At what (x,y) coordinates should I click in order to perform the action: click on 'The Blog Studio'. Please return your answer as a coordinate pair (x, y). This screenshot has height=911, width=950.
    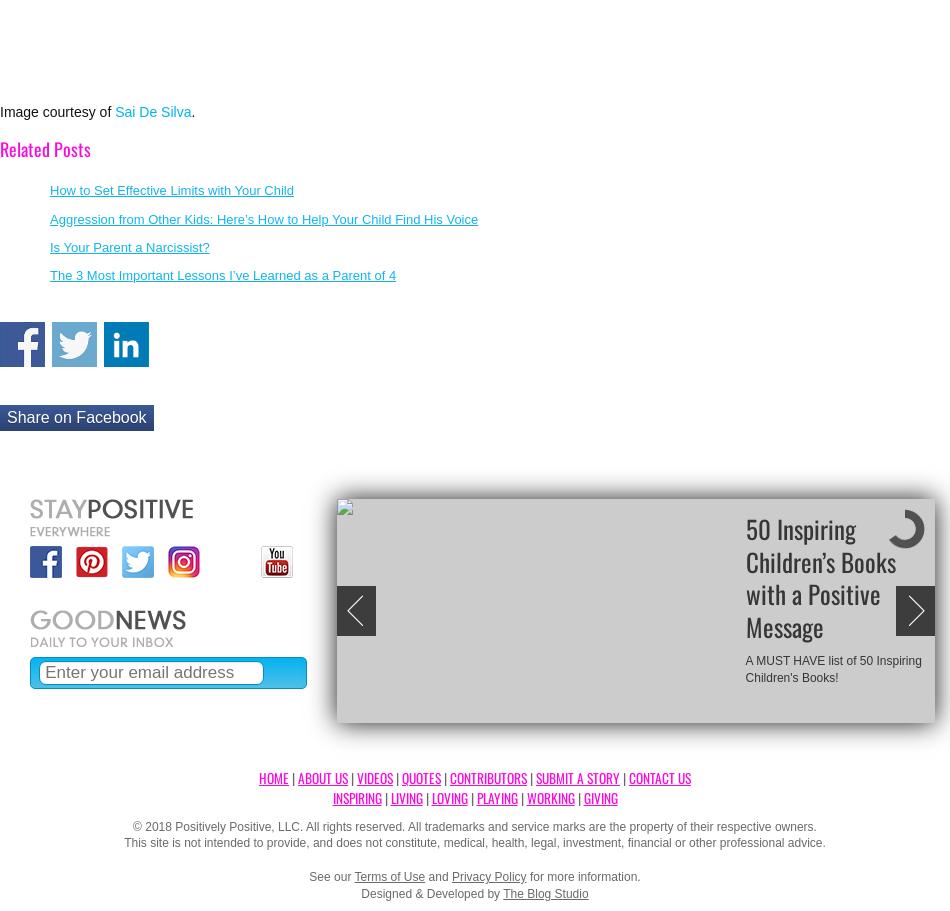
    Looking at the image, I should click on (545, 891).